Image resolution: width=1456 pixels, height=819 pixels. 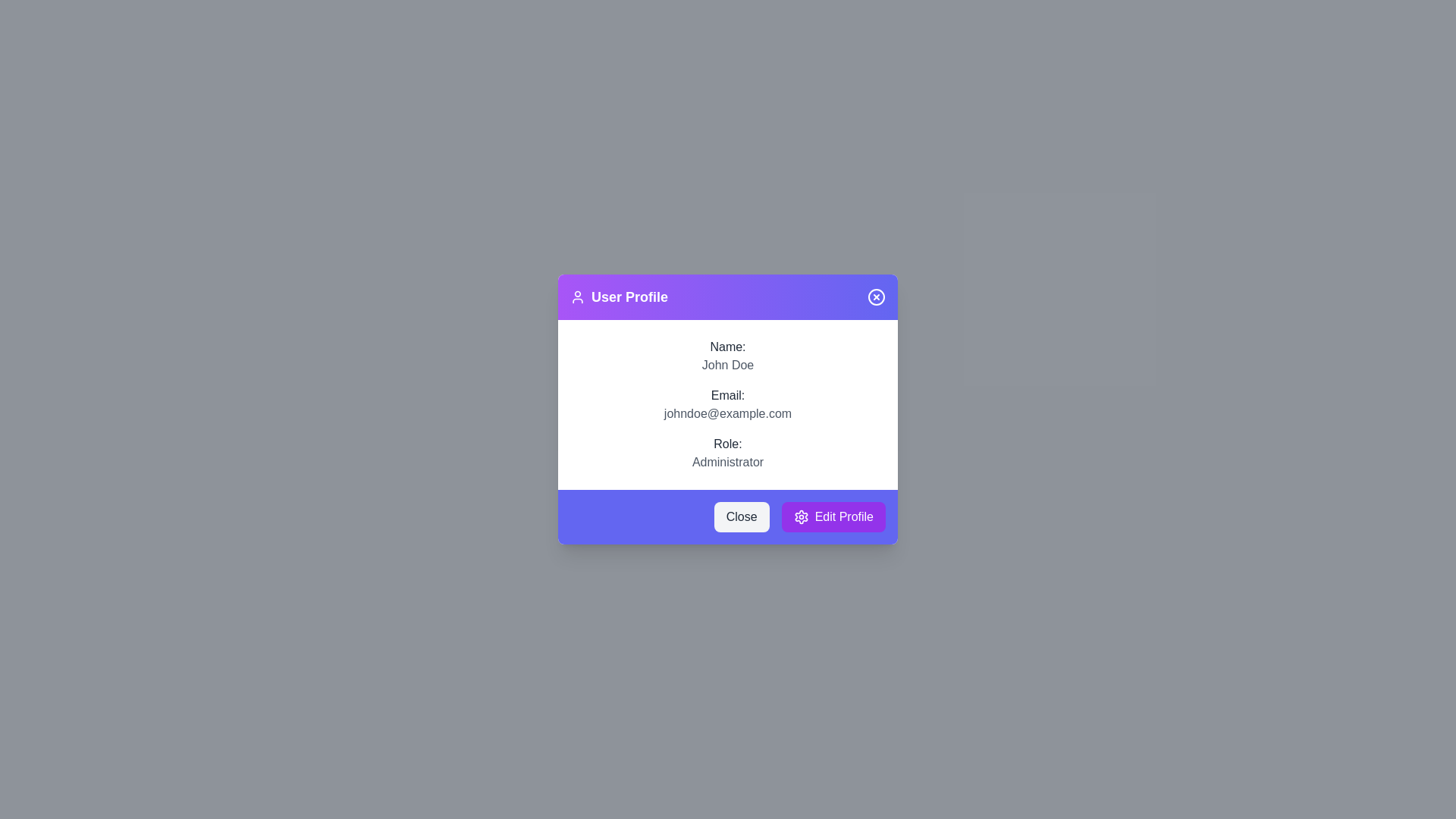 I want to click on the 'Edit Profile' button with rounded edges and a vibrant purple background located at the bottom-right corner of the modal dialog box, so click(x=833, y=516).